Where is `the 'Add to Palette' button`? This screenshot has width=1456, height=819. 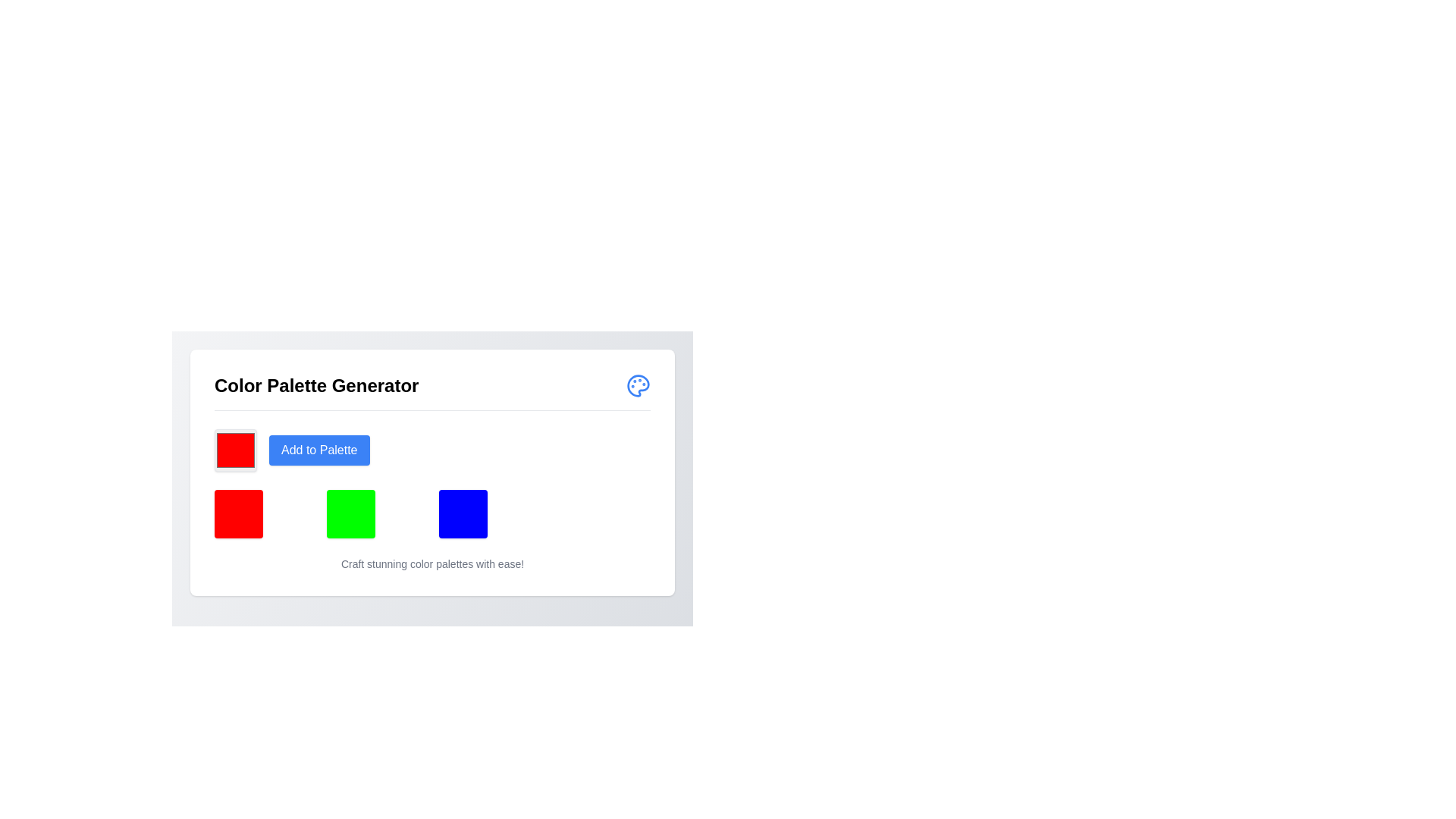 the 'Add to Palette' button is located at coordinates (318, 450).